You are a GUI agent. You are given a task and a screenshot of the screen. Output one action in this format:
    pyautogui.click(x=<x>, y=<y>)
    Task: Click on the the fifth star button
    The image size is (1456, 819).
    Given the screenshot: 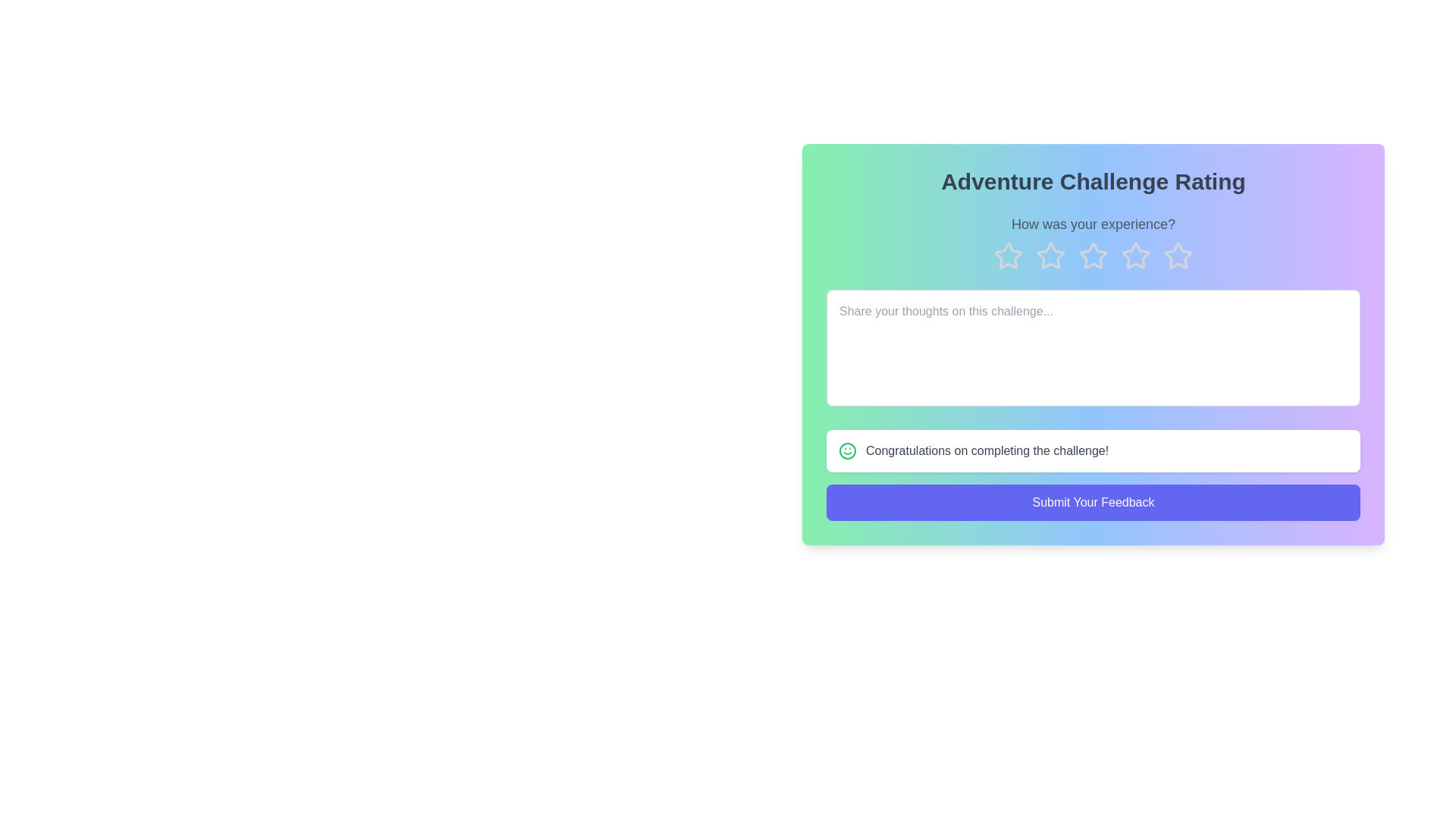 What is the action you would take?
    pyautogui.click(x=1178, y=255)
    